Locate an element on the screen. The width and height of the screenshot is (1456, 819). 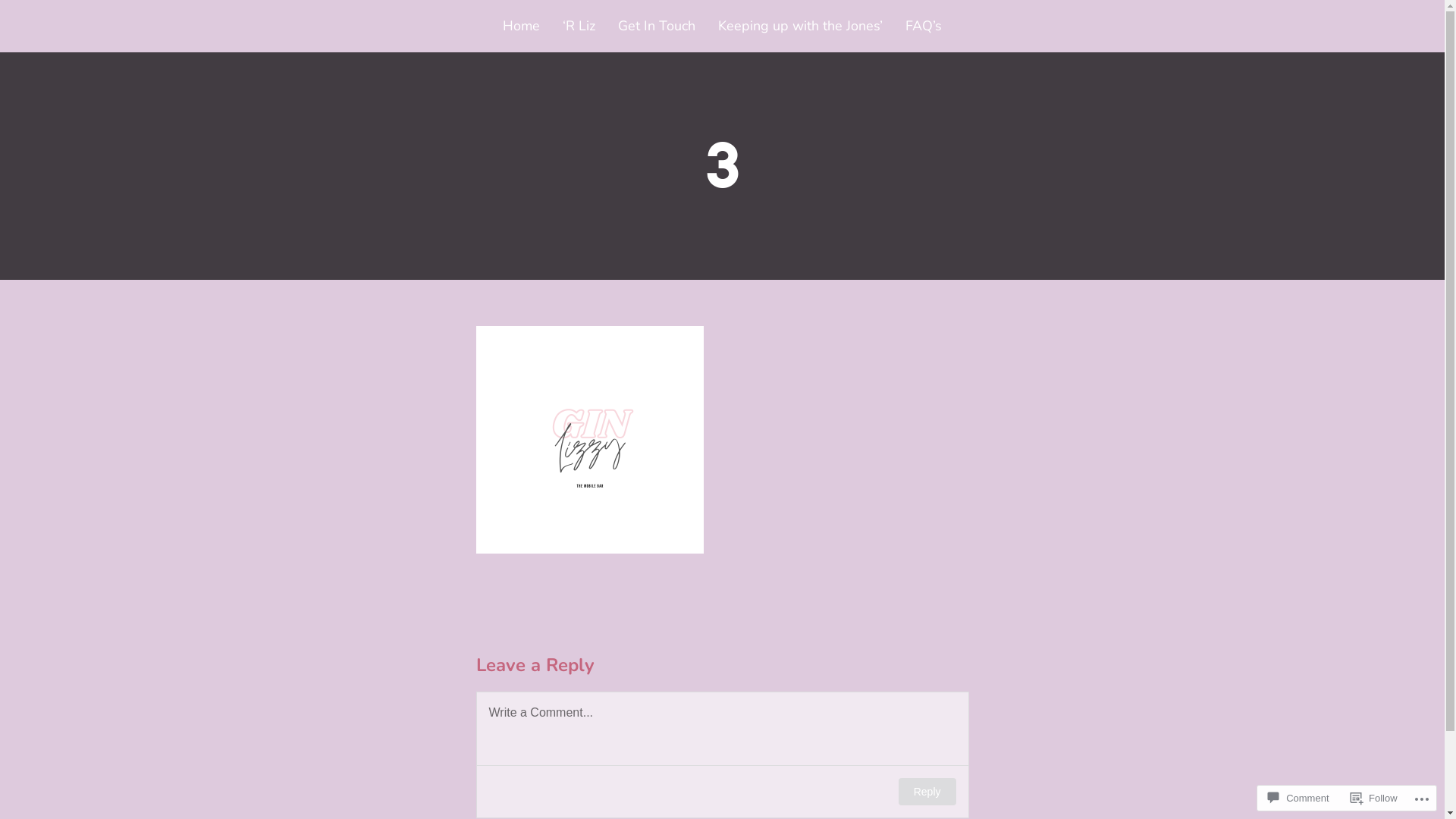
'Comment' is located at coordinates (1298, 797).